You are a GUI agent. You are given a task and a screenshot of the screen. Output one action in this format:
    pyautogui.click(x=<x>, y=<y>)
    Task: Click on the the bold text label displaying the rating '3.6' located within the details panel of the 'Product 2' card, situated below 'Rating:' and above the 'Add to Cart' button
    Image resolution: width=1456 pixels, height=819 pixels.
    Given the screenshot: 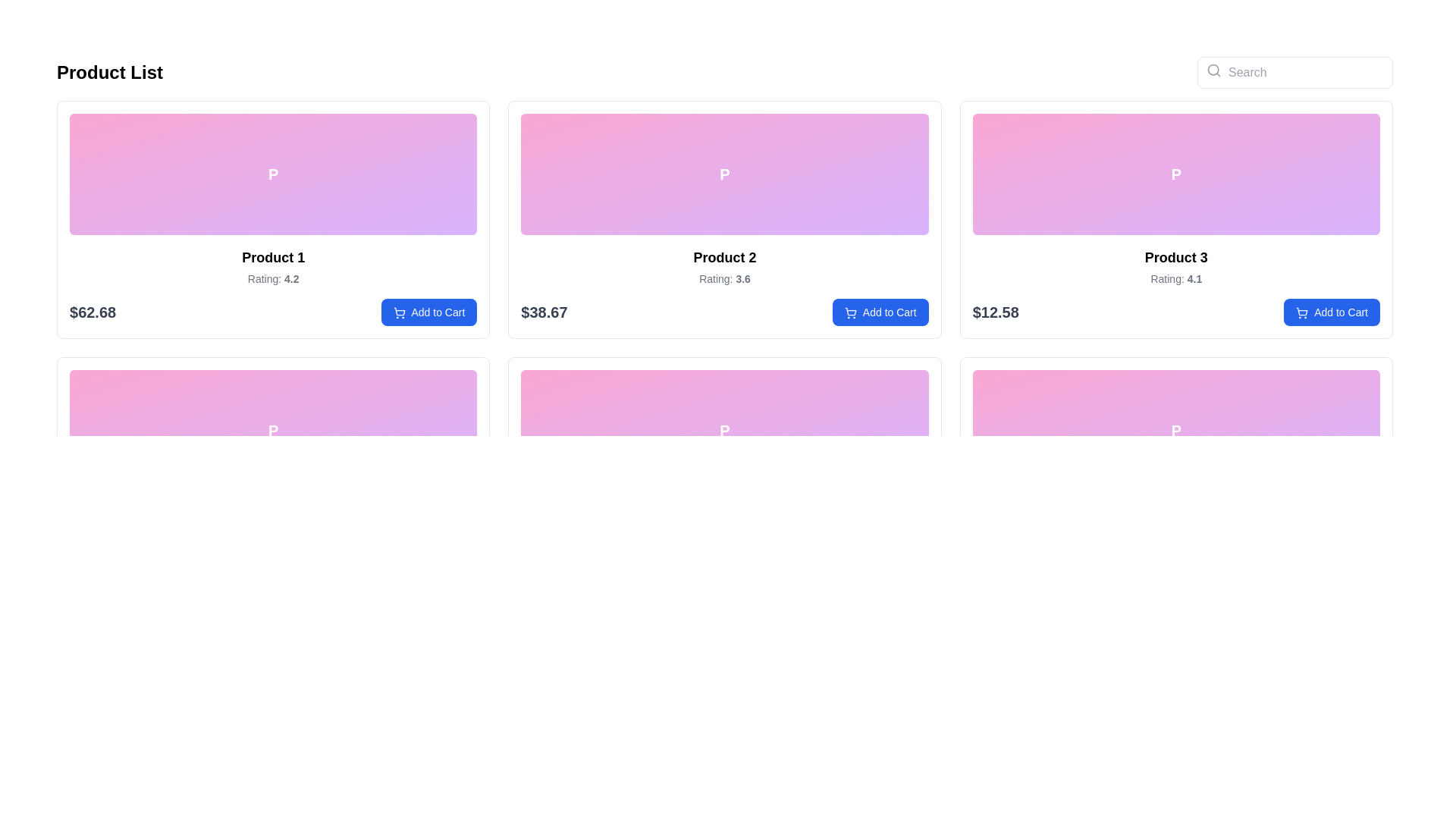 What is the action you would take?
    pyautogui.click(x=743, y=278)
    